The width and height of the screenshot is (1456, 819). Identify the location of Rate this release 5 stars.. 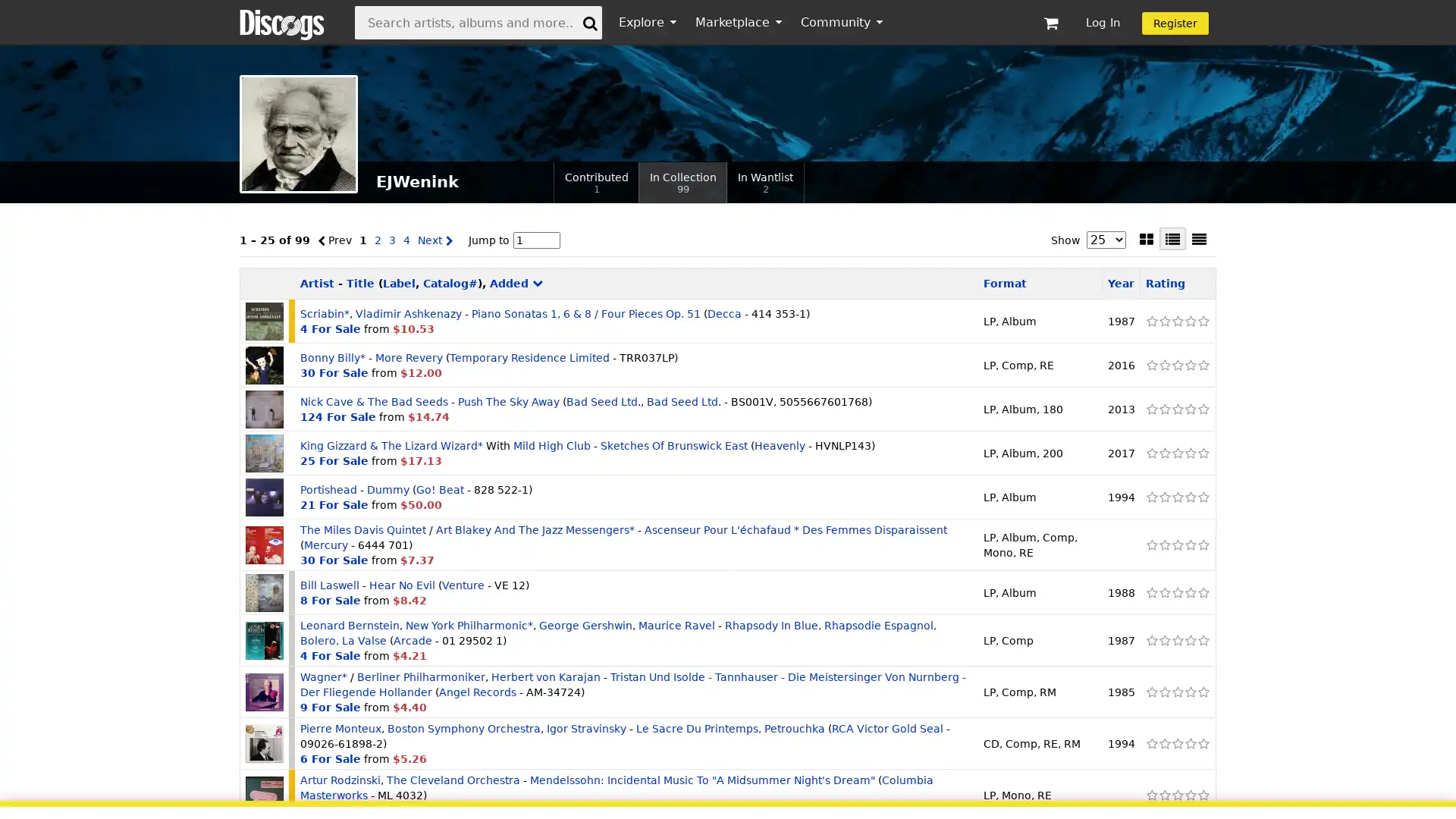
(1202, 544).